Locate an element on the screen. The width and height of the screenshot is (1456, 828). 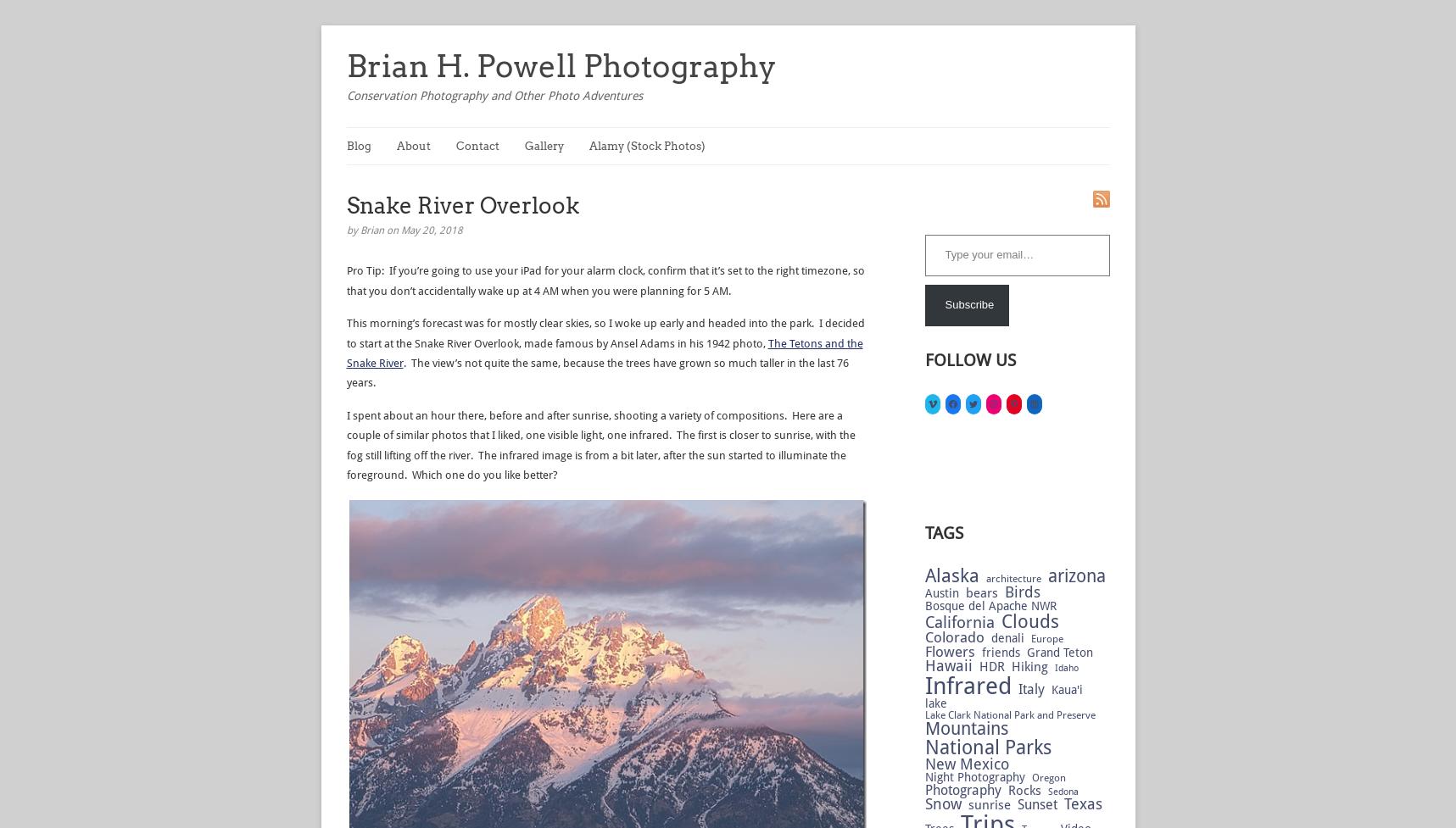
'Italy' is located at coordinates (1029, 688).